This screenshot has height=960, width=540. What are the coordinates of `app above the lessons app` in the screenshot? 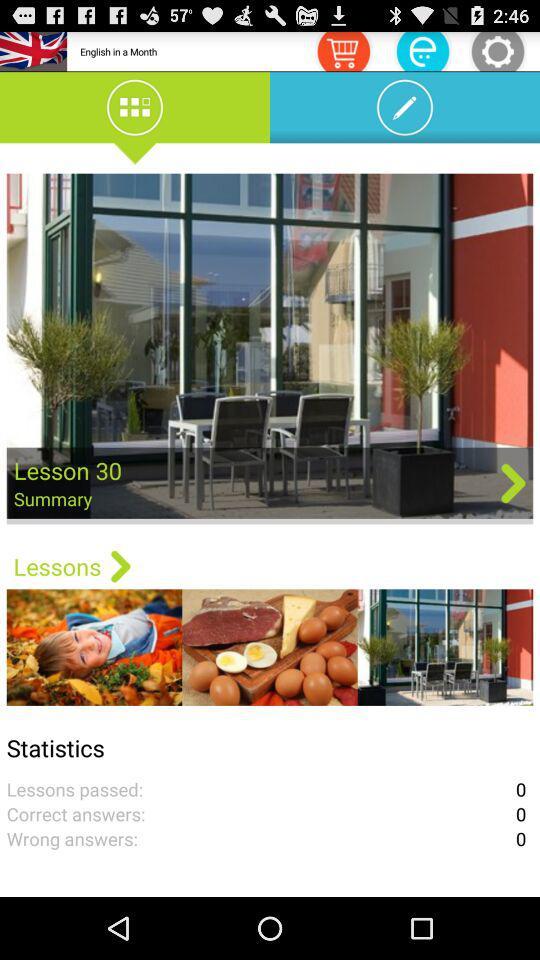 It's located at (270, 348).